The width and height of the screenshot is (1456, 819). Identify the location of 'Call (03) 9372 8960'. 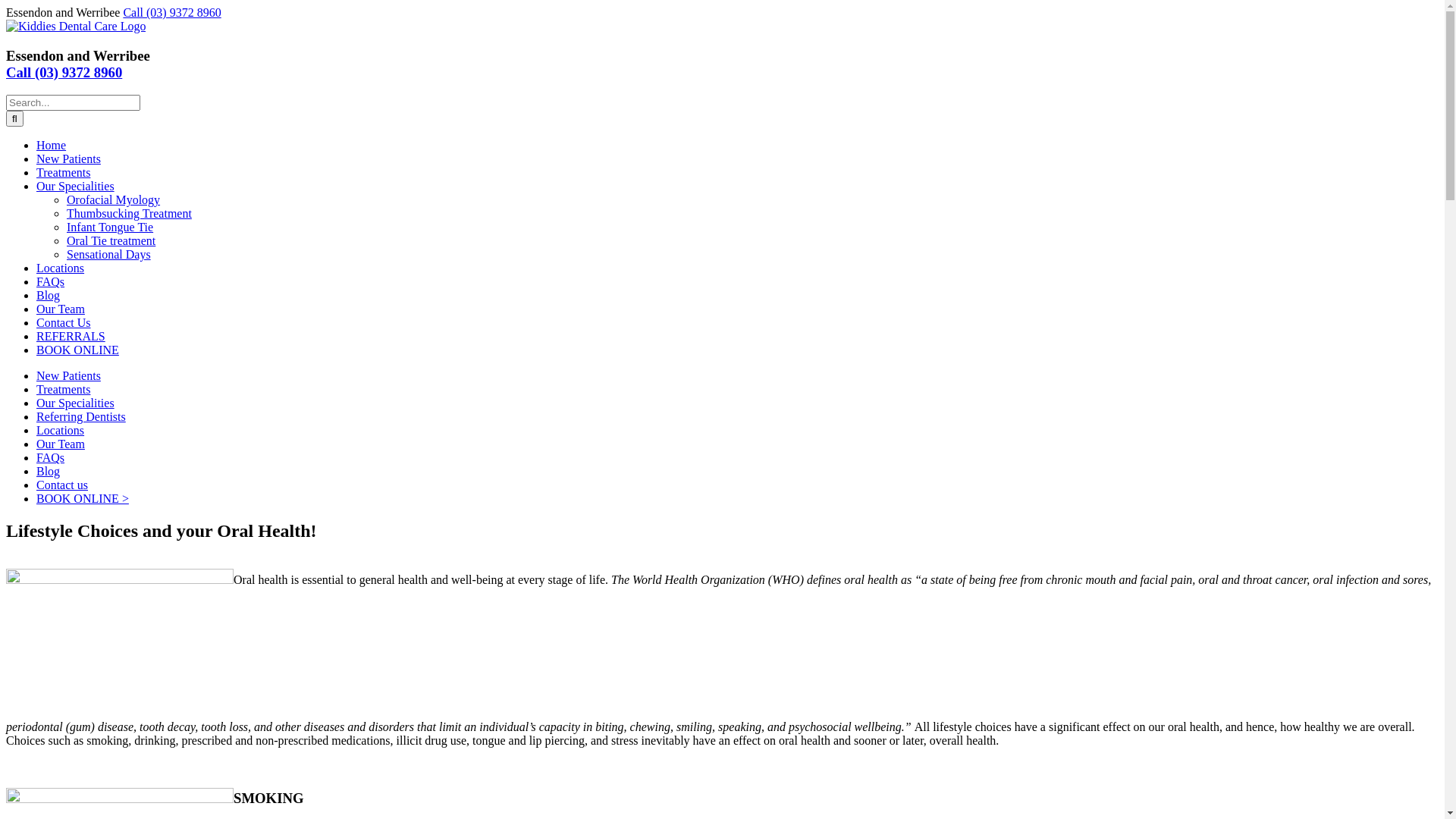
(63, 72).